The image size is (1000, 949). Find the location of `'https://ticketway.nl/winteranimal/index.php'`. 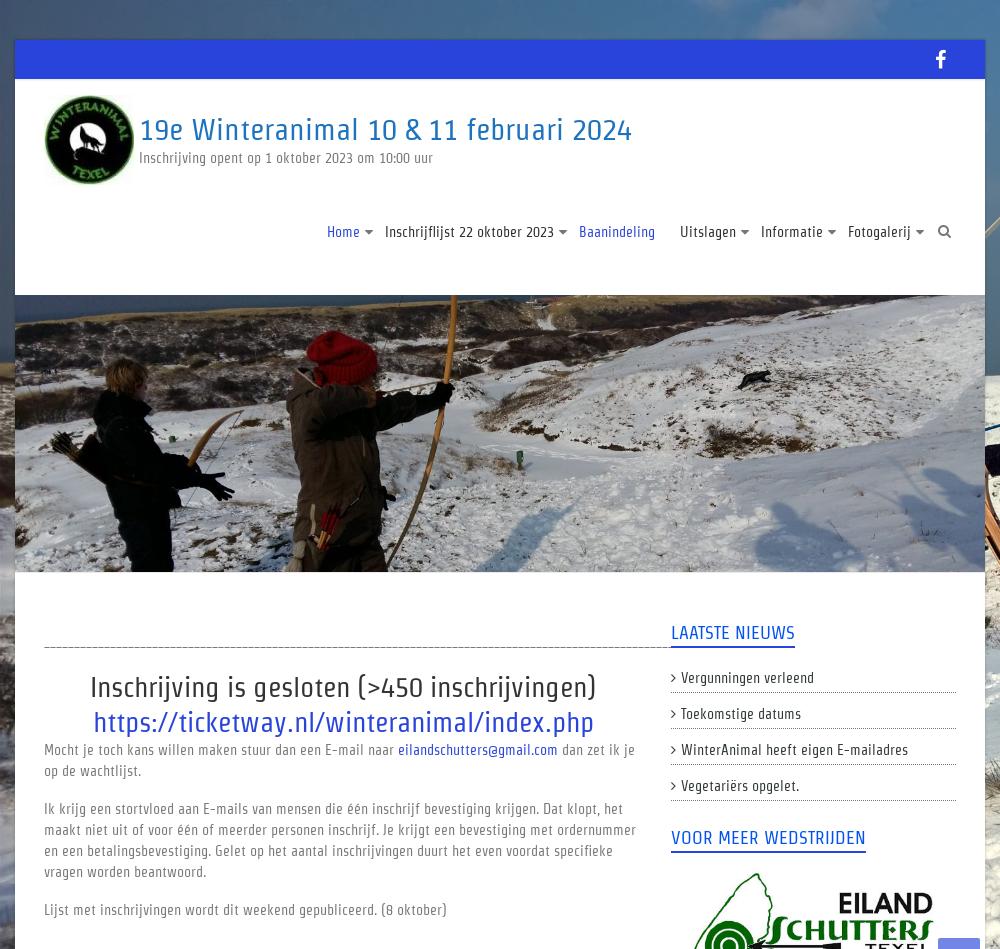

'https://ticketway.nl/winteranimal/index.php' is located at coordinates (341, 721).